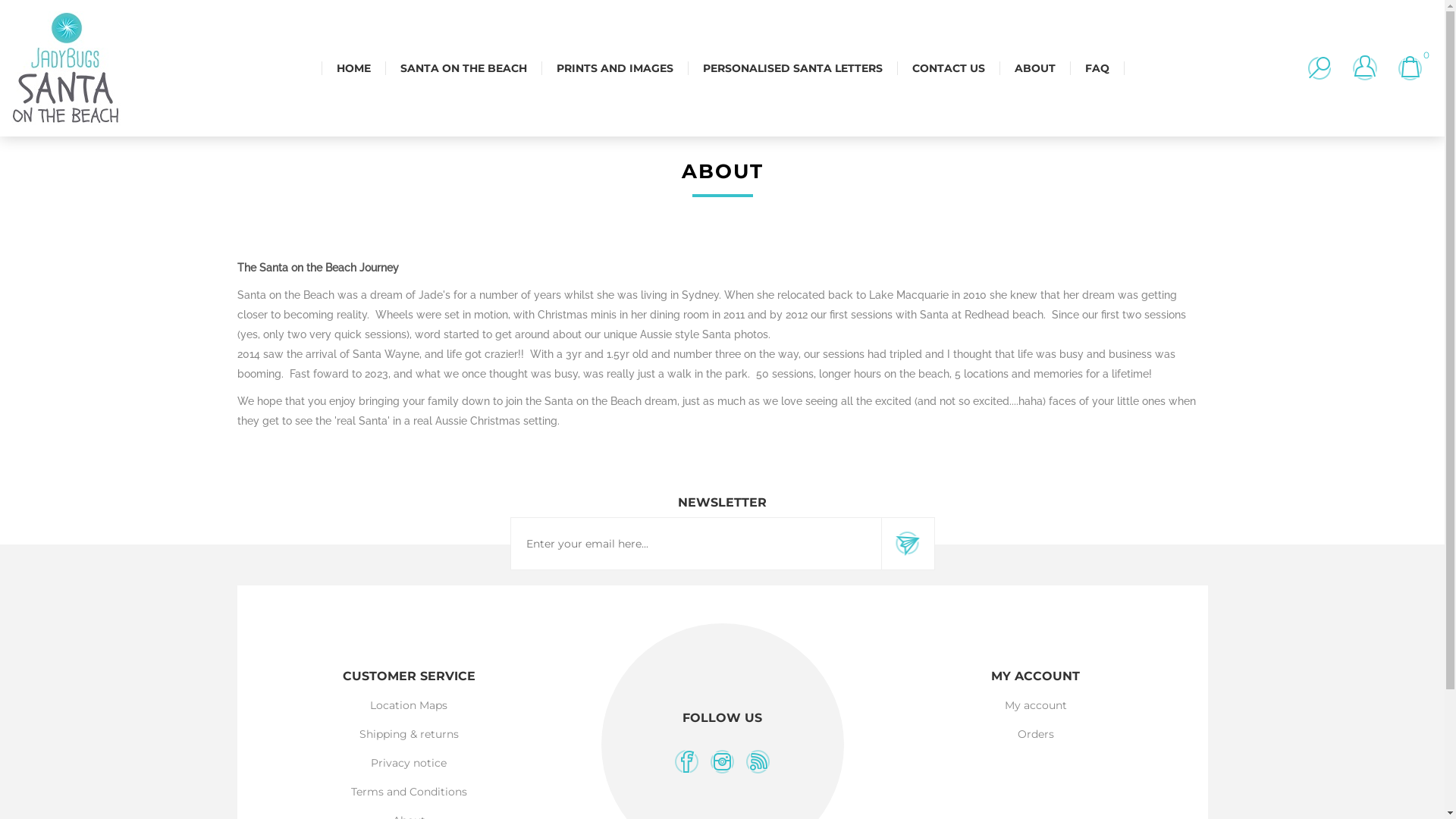 This screenshot has height=819, width=1456. I want to click on 'JadyBugs Santa On The Beach', so click(64, 67).